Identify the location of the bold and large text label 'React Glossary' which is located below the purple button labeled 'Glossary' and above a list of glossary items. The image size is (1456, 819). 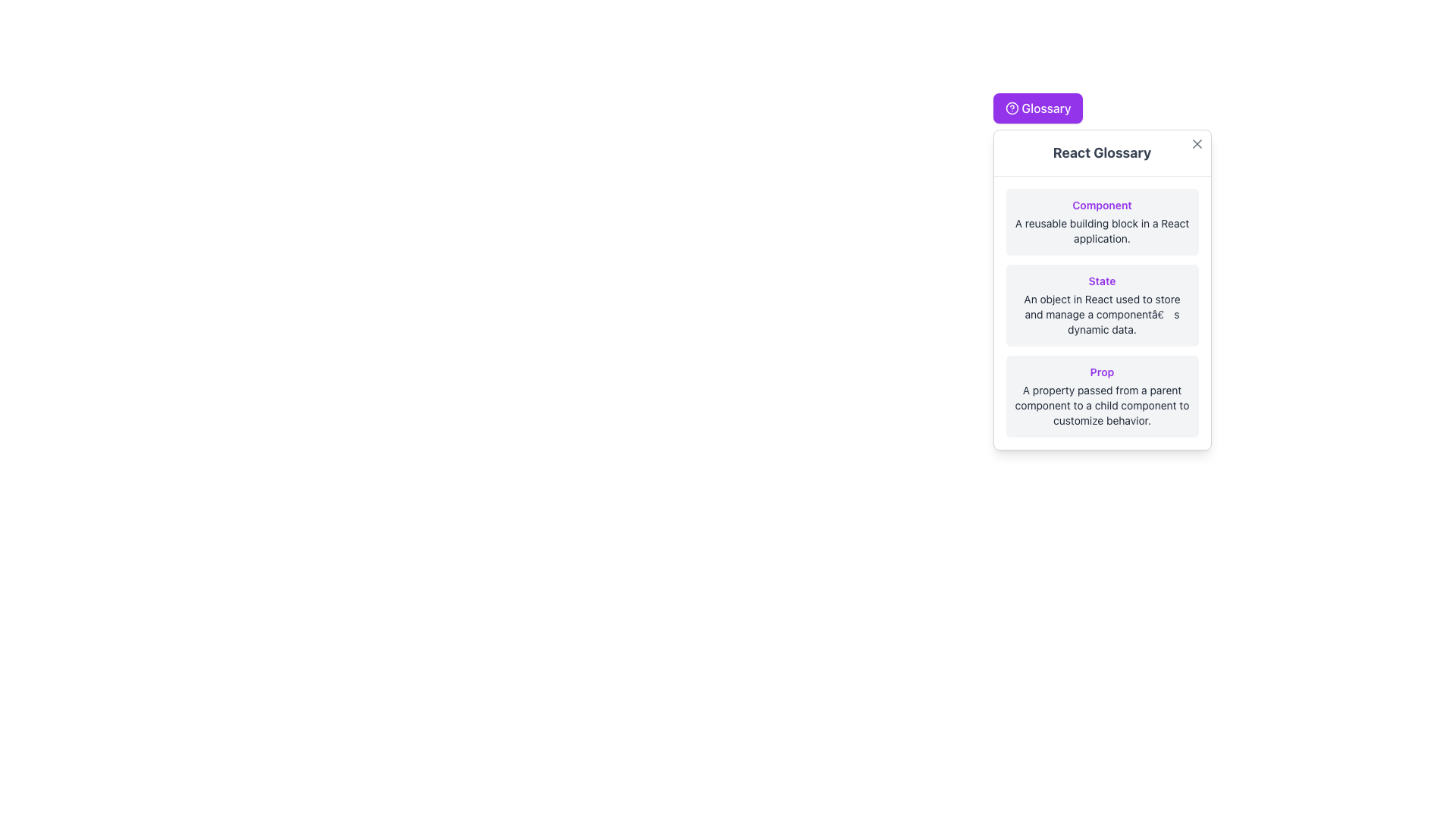
(1102, 152).